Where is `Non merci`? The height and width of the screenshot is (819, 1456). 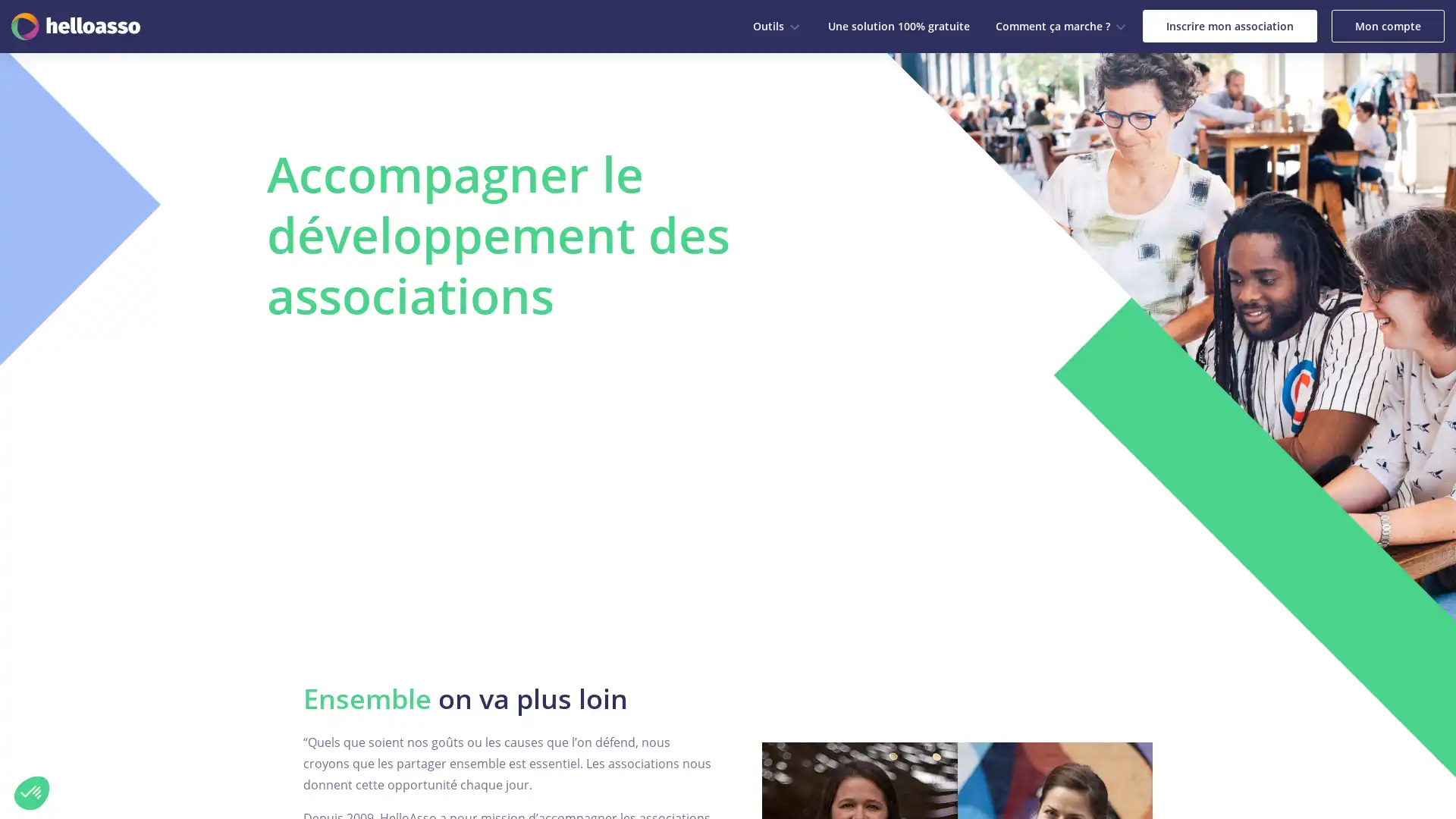
Non merci is located at coordinates (67, 742).